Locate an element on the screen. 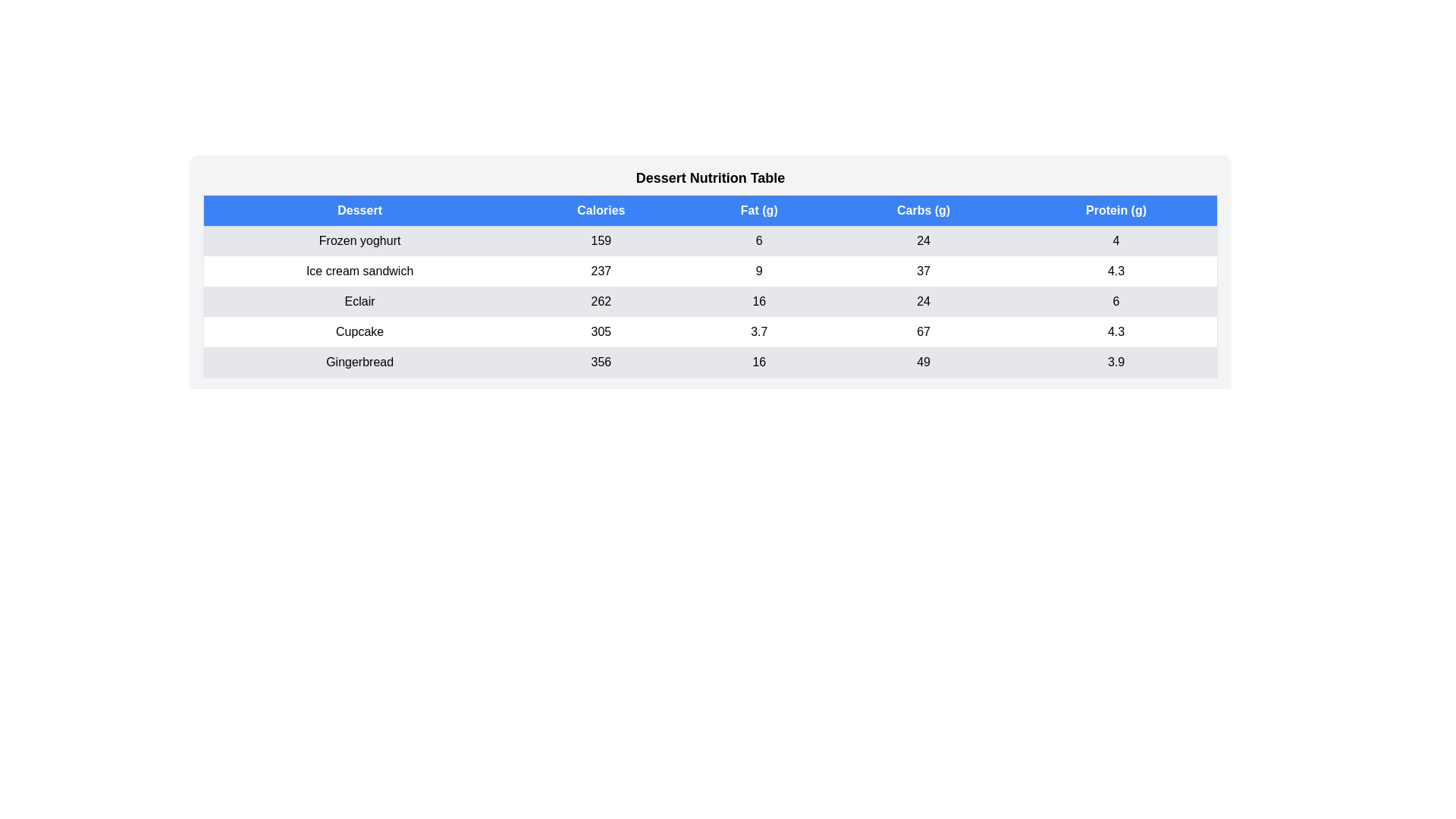  the row corresponding to Eclair is located at coordinates (709, 301).